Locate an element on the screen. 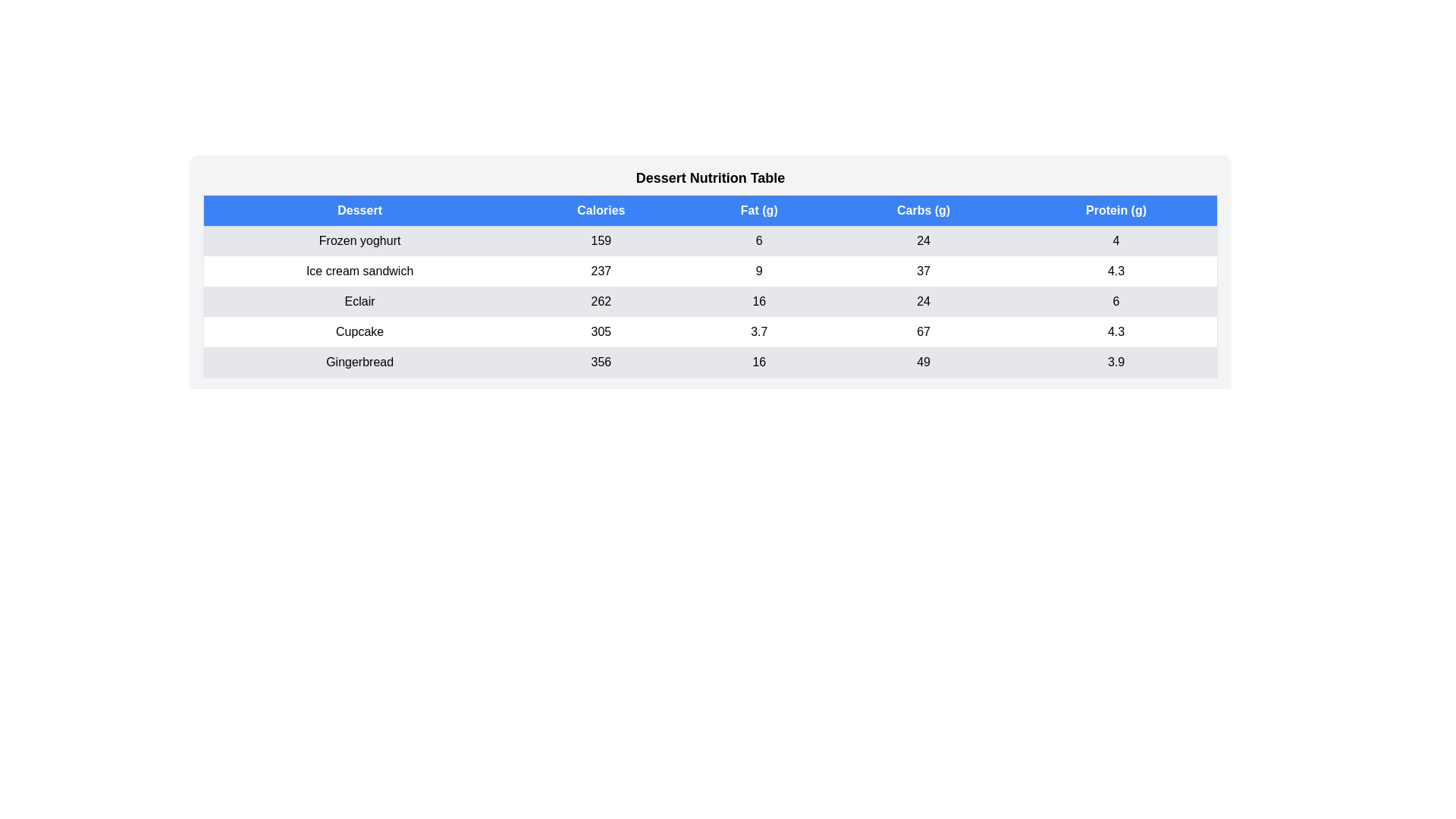  the row corresponding to Eclair is located at coordinates (709, 301).